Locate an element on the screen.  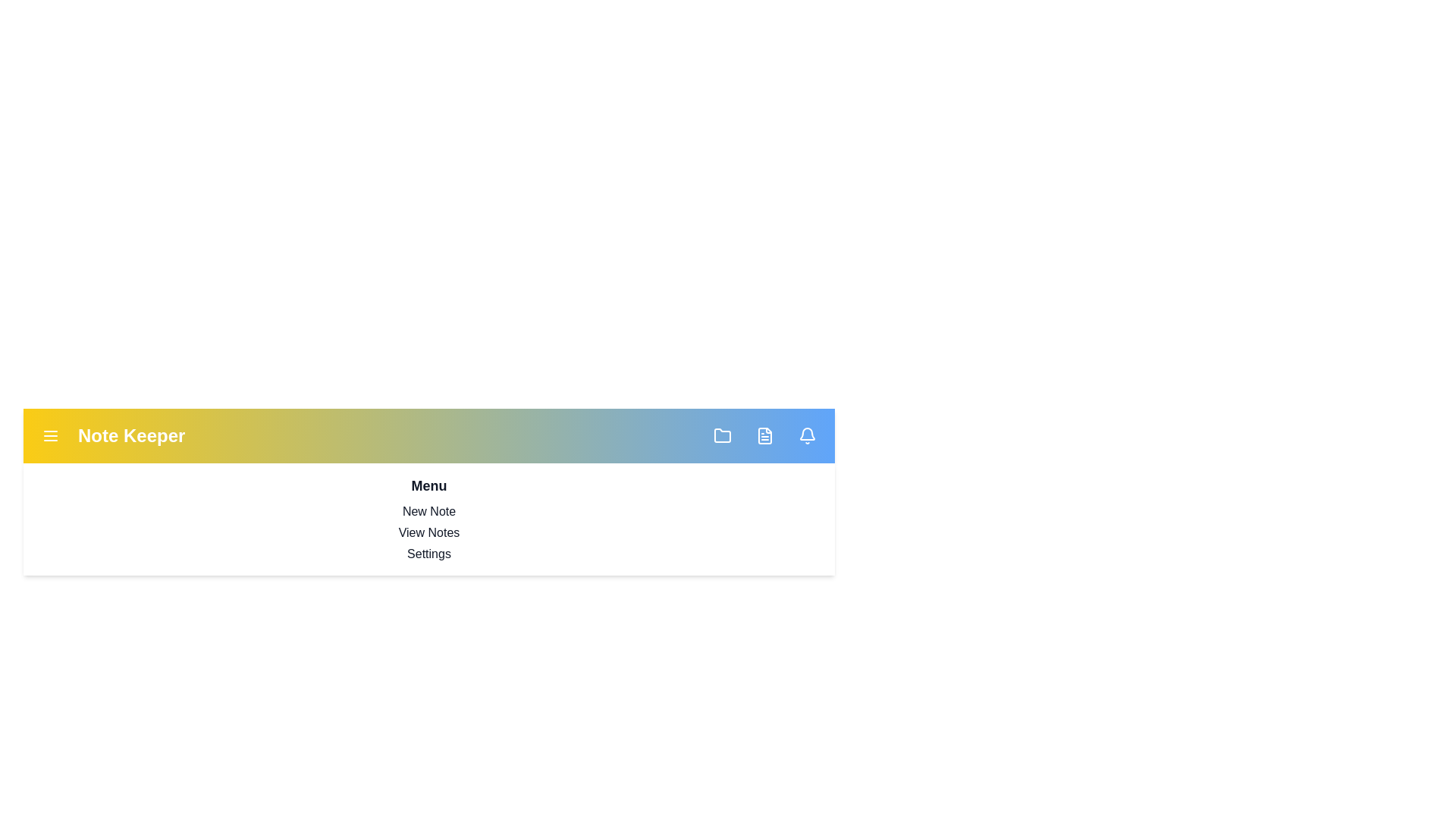
menu button to toggle the menu is located at coordinates (51, 435).